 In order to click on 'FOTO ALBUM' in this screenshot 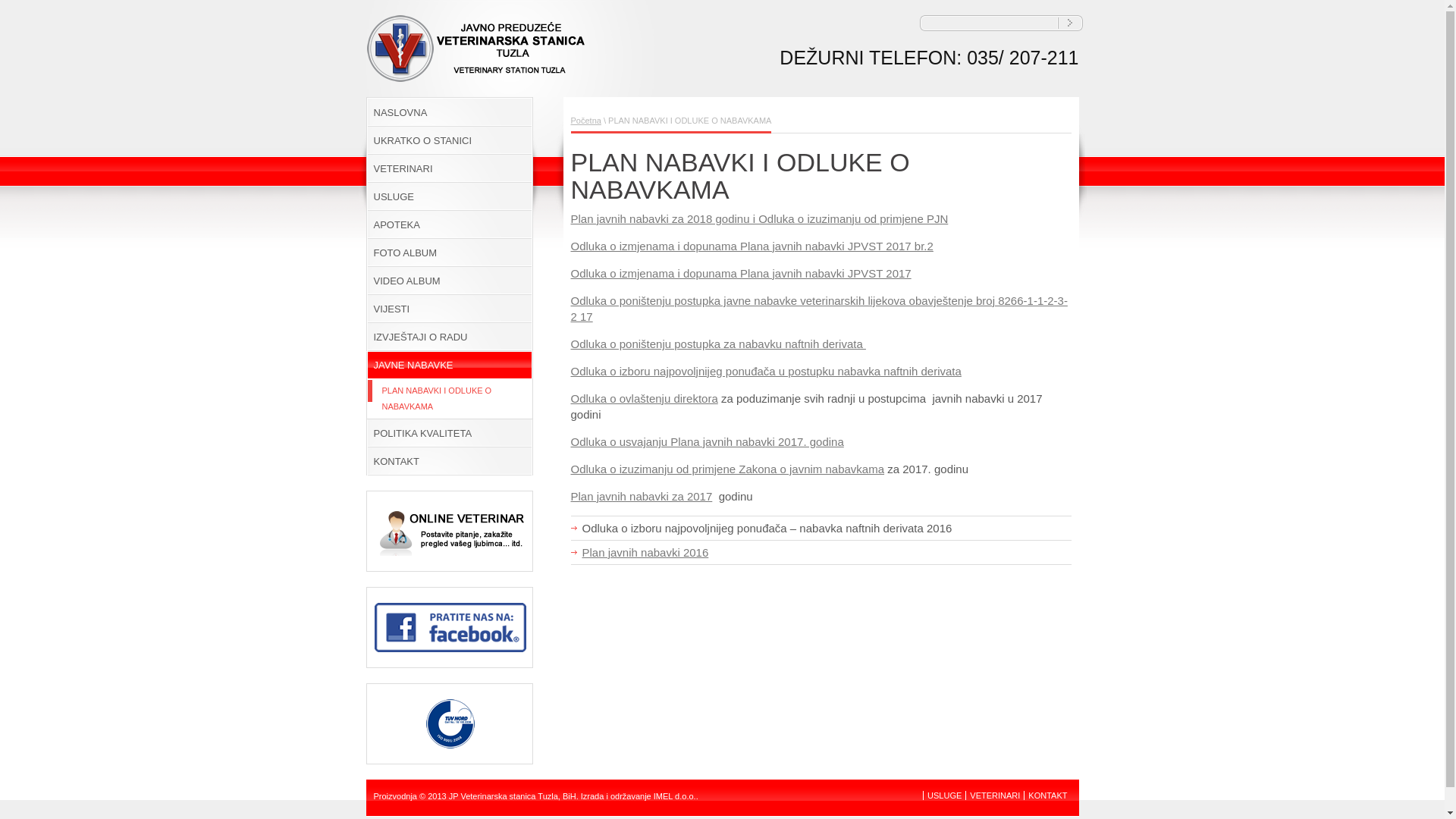, I will do `click(447, 252)`.